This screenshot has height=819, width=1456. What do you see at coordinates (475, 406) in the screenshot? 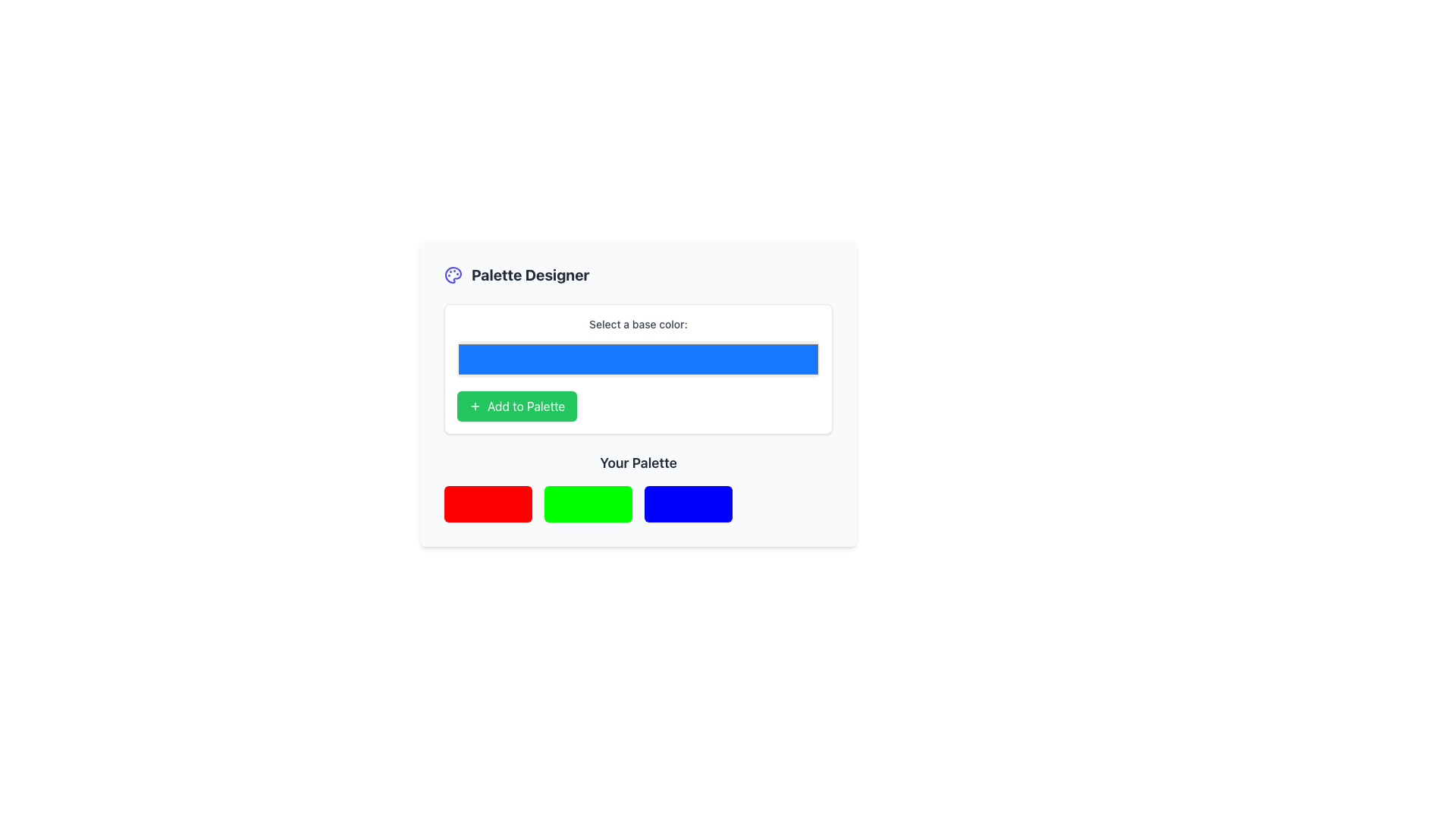
I see `the green button labeled 'Add to Palette' that contains the icon indicating the 'Add to Palette' action, positioned below the blue color selection area and above the 'Your Palette' section` at bounding box center [475, 406].